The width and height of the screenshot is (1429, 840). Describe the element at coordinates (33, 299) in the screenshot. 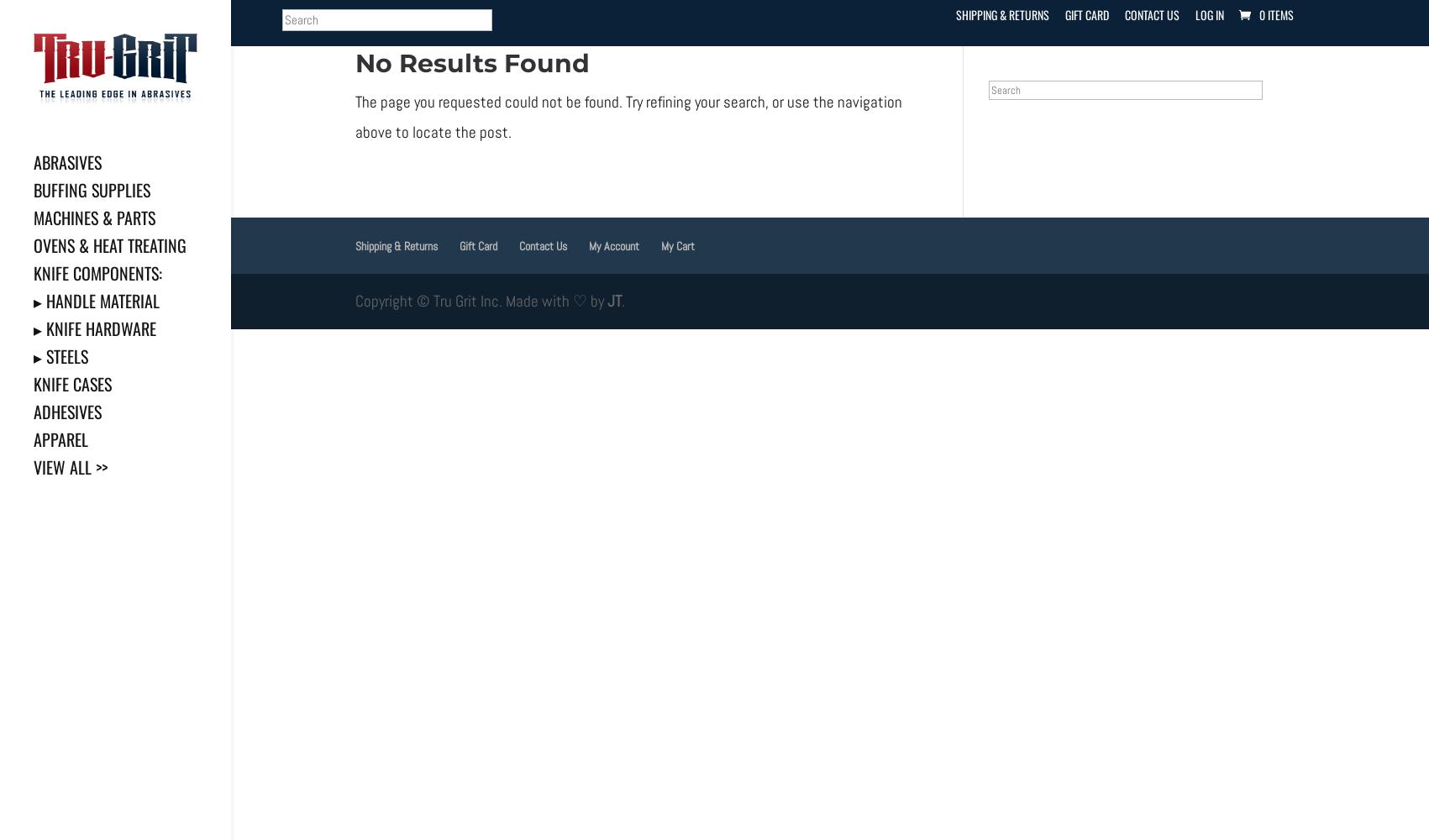

I see `'▸ Handle Material'` at that location.